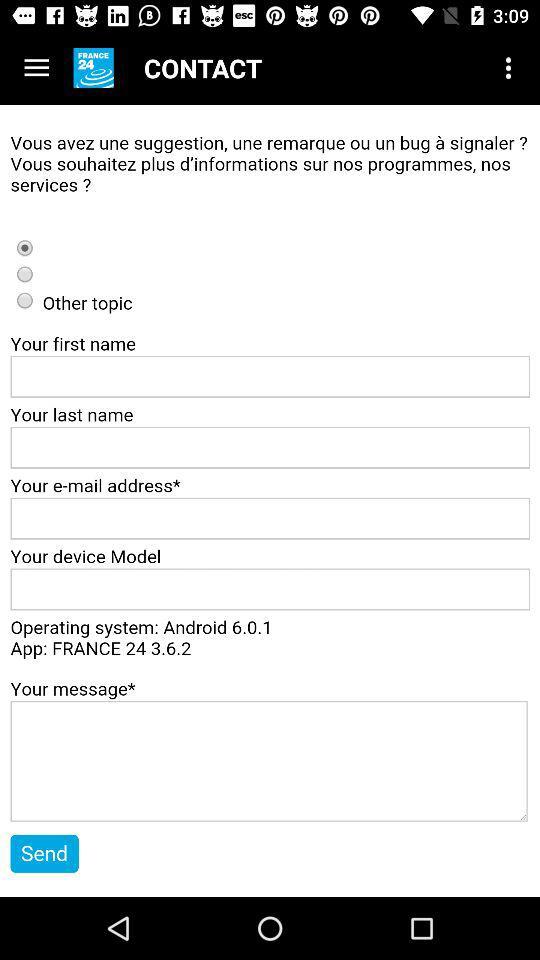 This screenshot has width=540, height=960. What do you see at coordinates (270, 500) in the screenshot?
I see `click entire workspace` at bounding box center [270, 500].